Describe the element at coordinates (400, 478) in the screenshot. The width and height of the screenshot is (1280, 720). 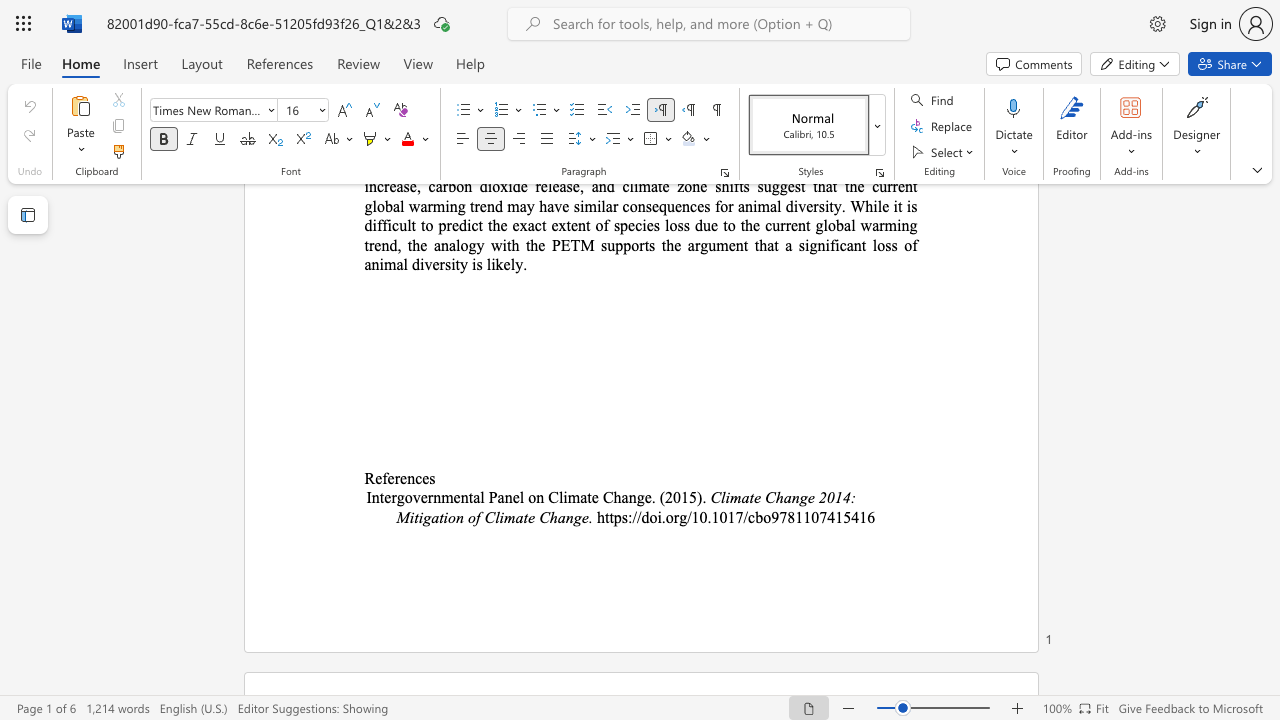
I see `the subset text "en" within the text "References"` at that location.